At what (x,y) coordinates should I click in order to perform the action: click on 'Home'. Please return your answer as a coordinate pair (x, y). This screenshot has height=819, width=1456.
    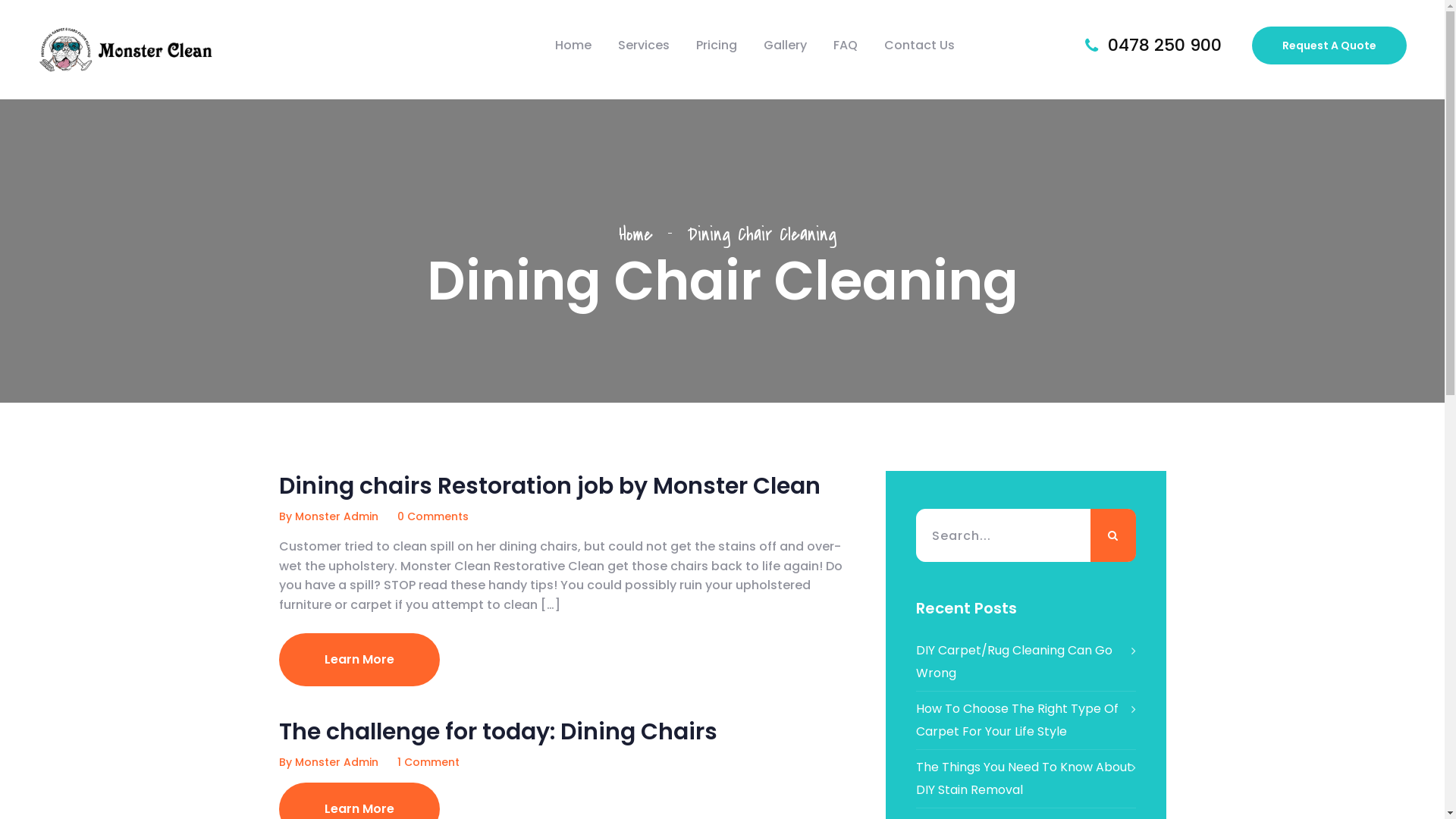
    Looking at the image, I should click on (572, 45).